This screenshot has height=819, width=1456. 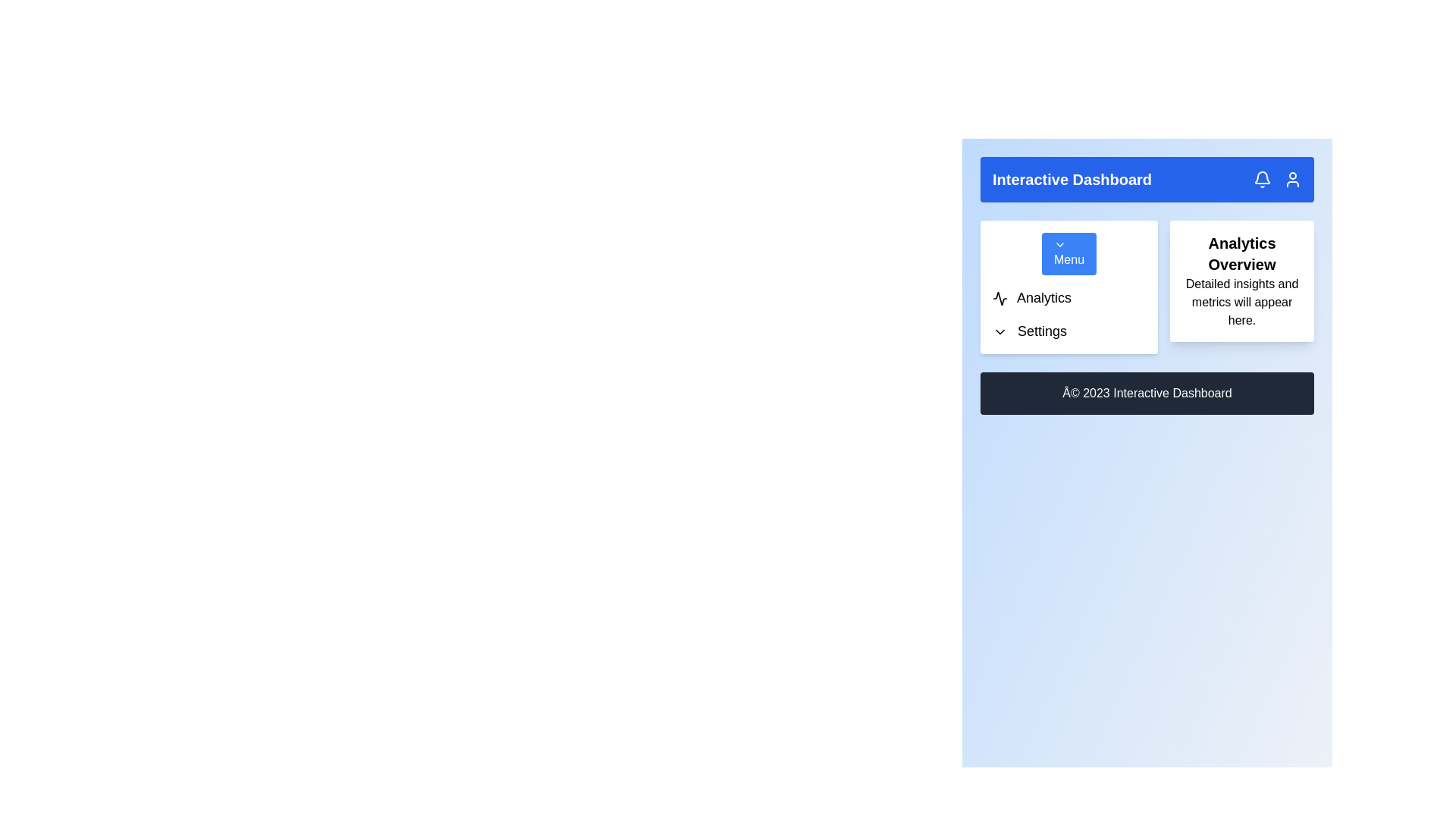 I want to click on the dropdown indicator arrow icon located to the left of the 'Settings' text, so click(x=1000, y=331).